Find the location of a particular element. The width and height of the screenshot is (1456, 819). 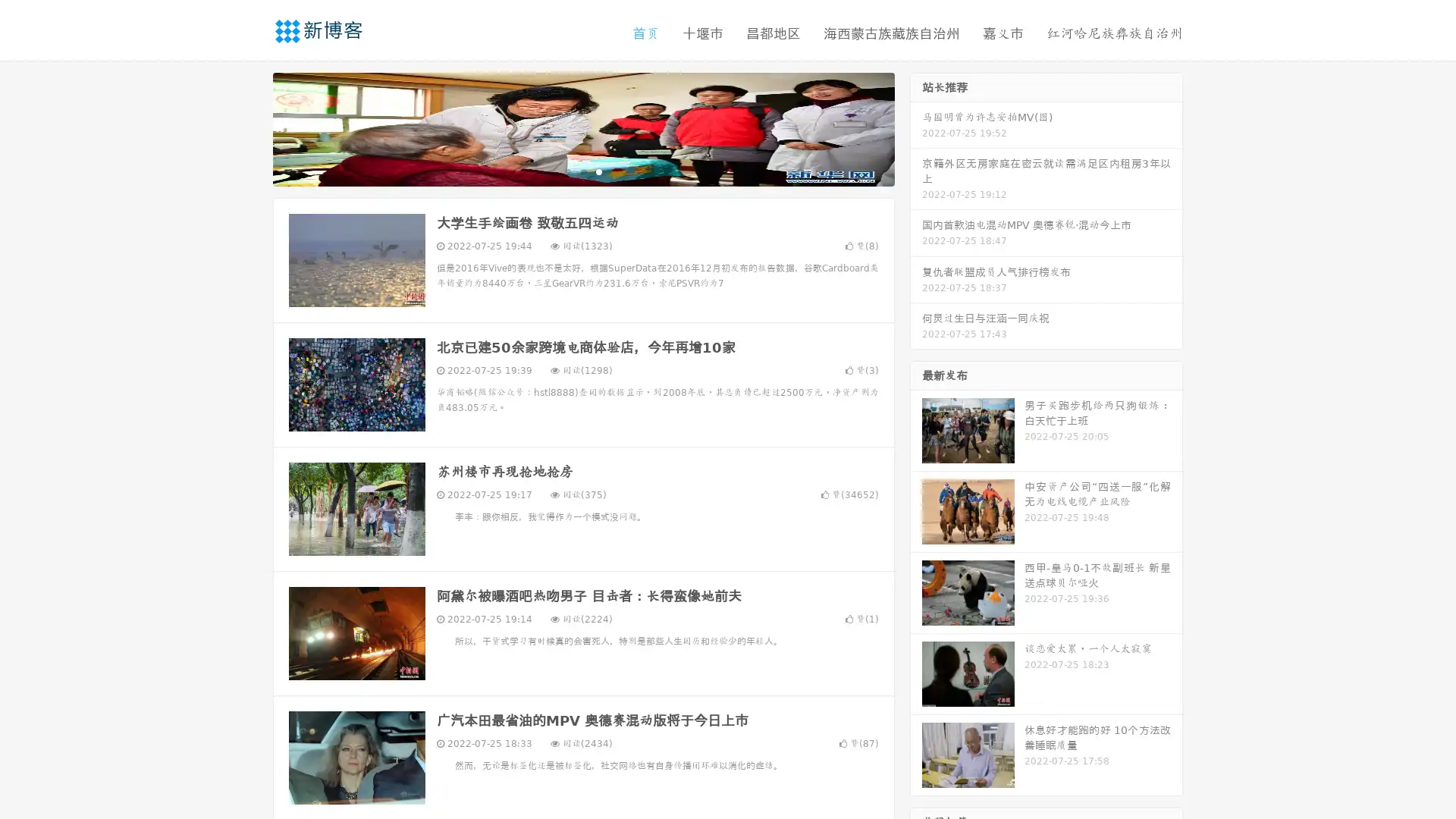

Previous slide is located at coordinates (250, 127).